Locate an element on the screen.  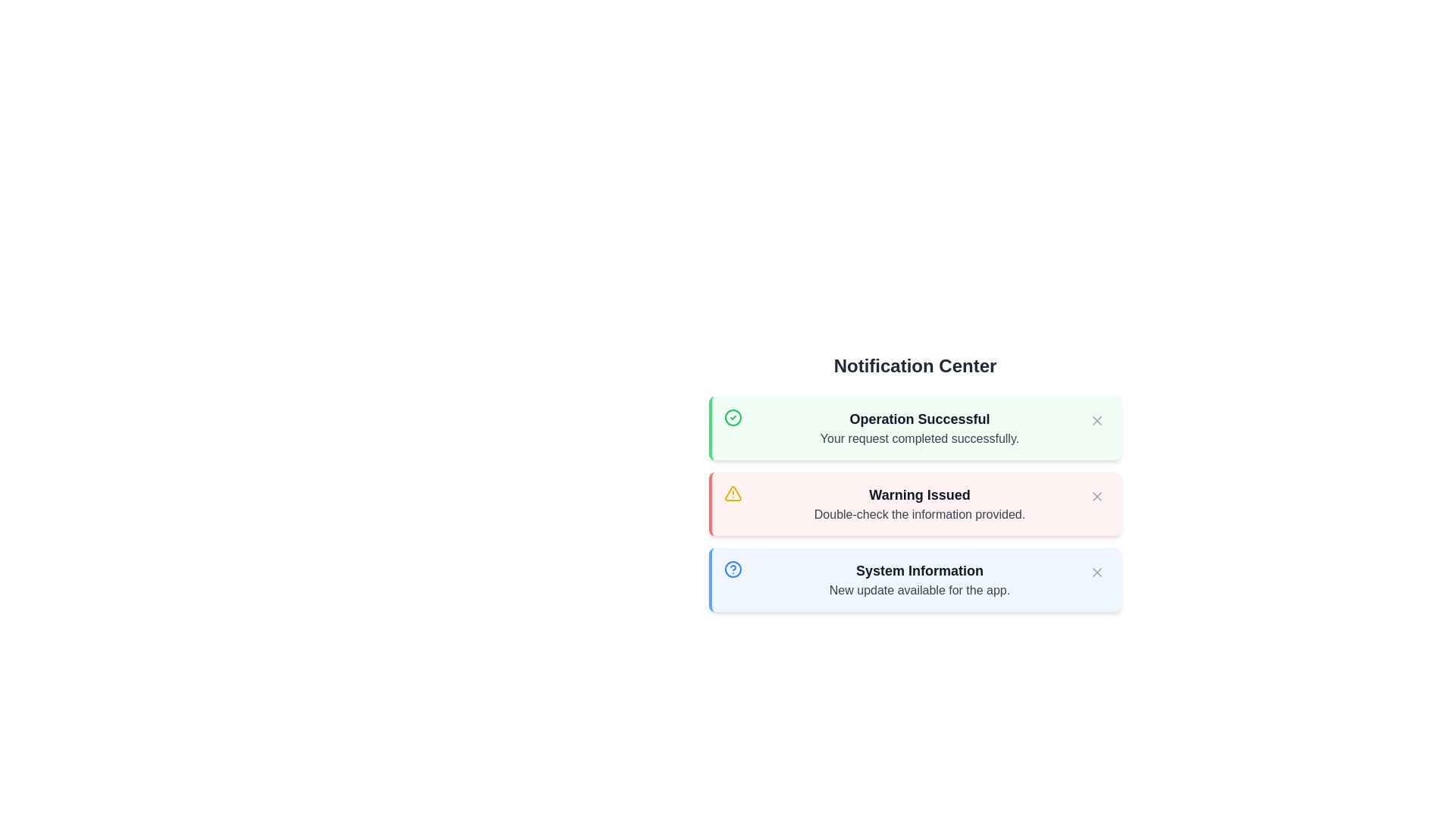
text from the notification element that displays 'Operation Successful' and 'Your request completed successfully.' located at the center of the success message section in the Notification Center is located at coordinates (919, 428).